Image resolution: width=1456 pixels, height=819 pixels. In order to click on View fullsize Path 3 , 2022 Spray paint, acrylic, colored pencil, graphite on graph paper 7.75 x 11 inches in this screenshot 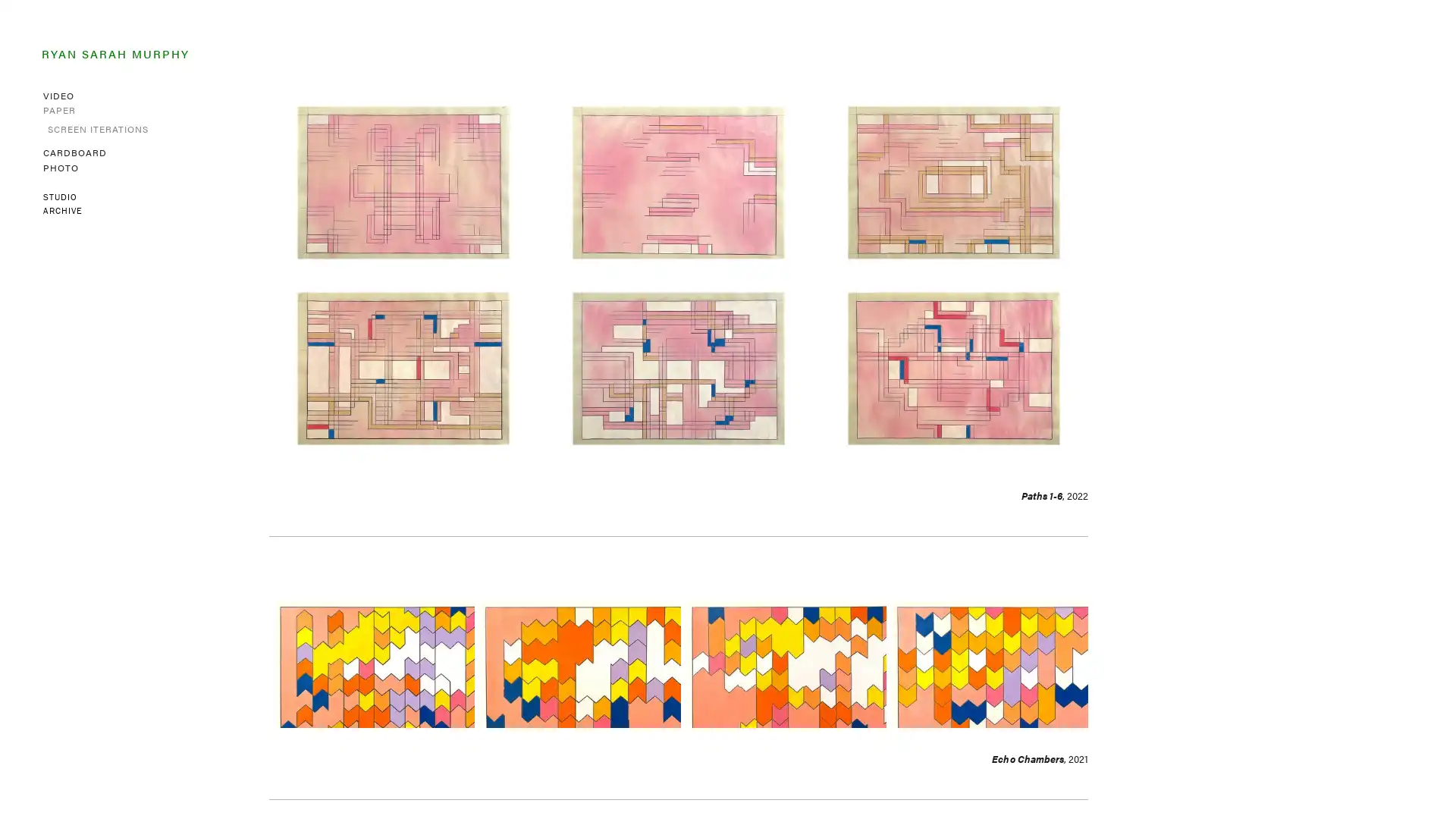, I will do `click(952, 181)`.